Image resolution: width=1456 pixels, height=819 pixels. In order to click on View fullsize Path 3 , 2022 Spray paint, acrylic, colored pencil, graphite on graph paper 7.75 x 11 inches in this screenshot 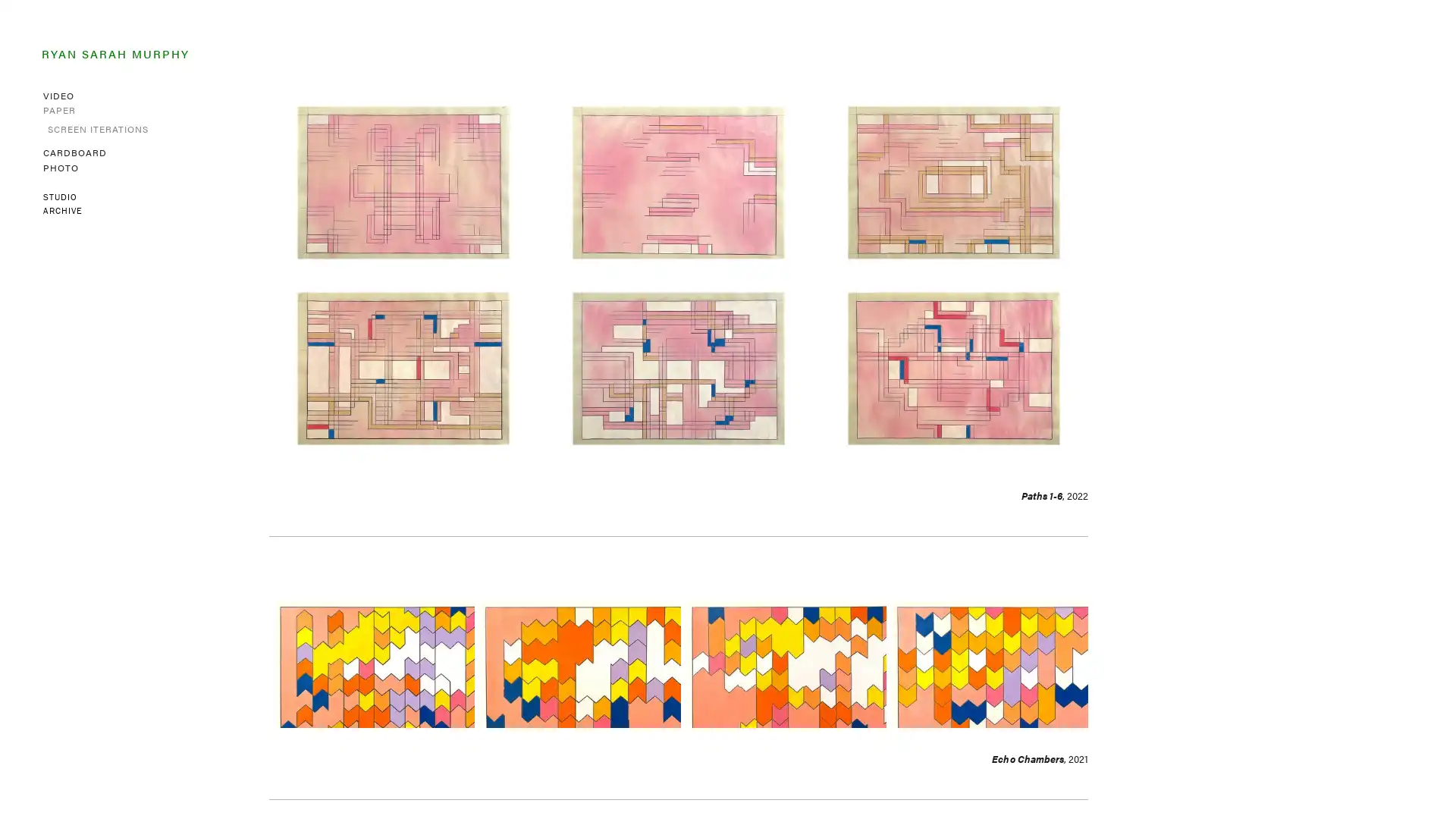, I will do `click(952, 181)`.